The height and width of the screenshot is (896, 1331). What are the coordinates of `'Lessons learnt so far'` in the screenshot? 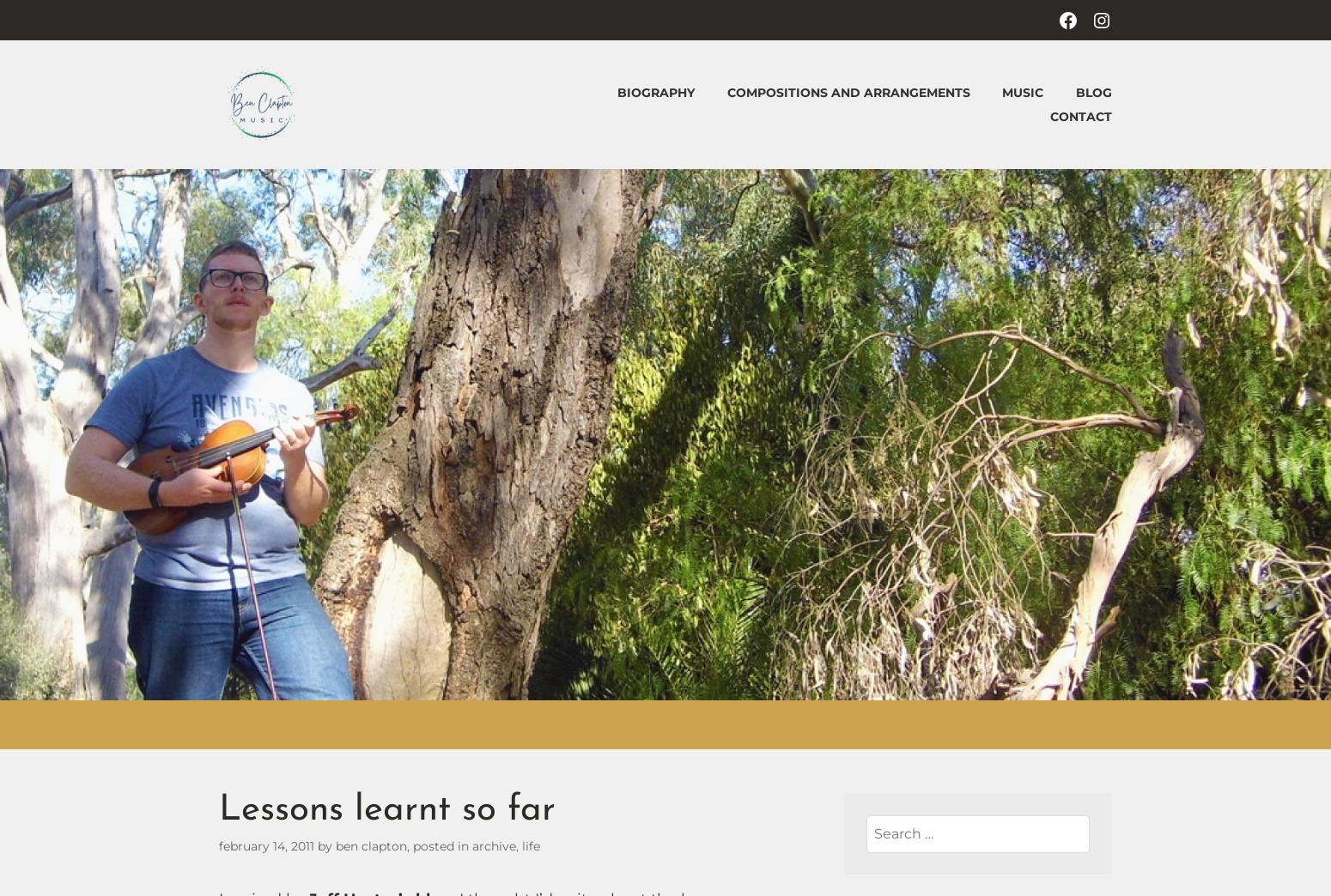 It's located at (387, 810).